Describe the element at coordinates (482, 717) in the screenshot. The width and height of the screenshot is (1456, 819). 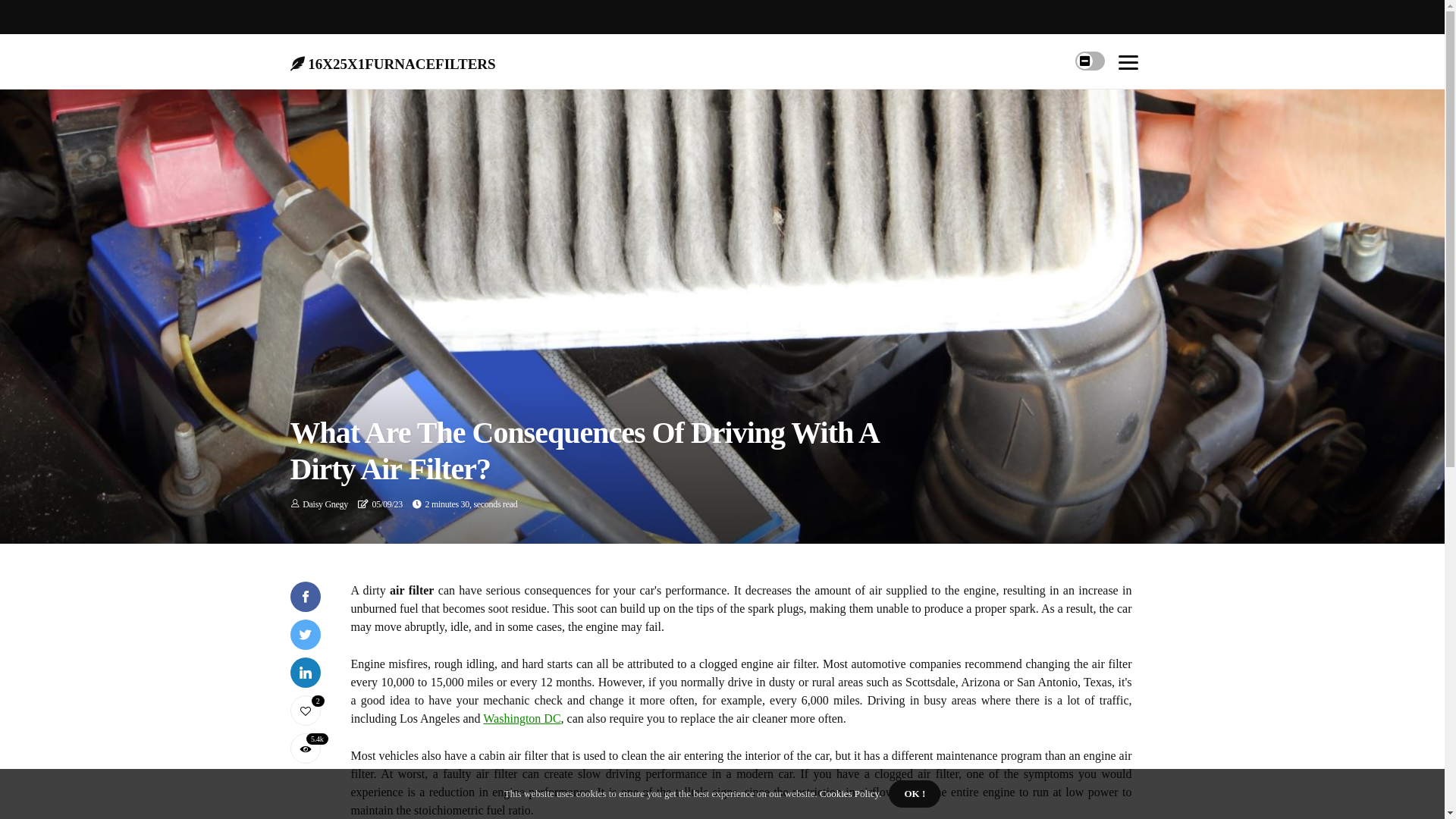
I see `'Washington DC'` at that location.